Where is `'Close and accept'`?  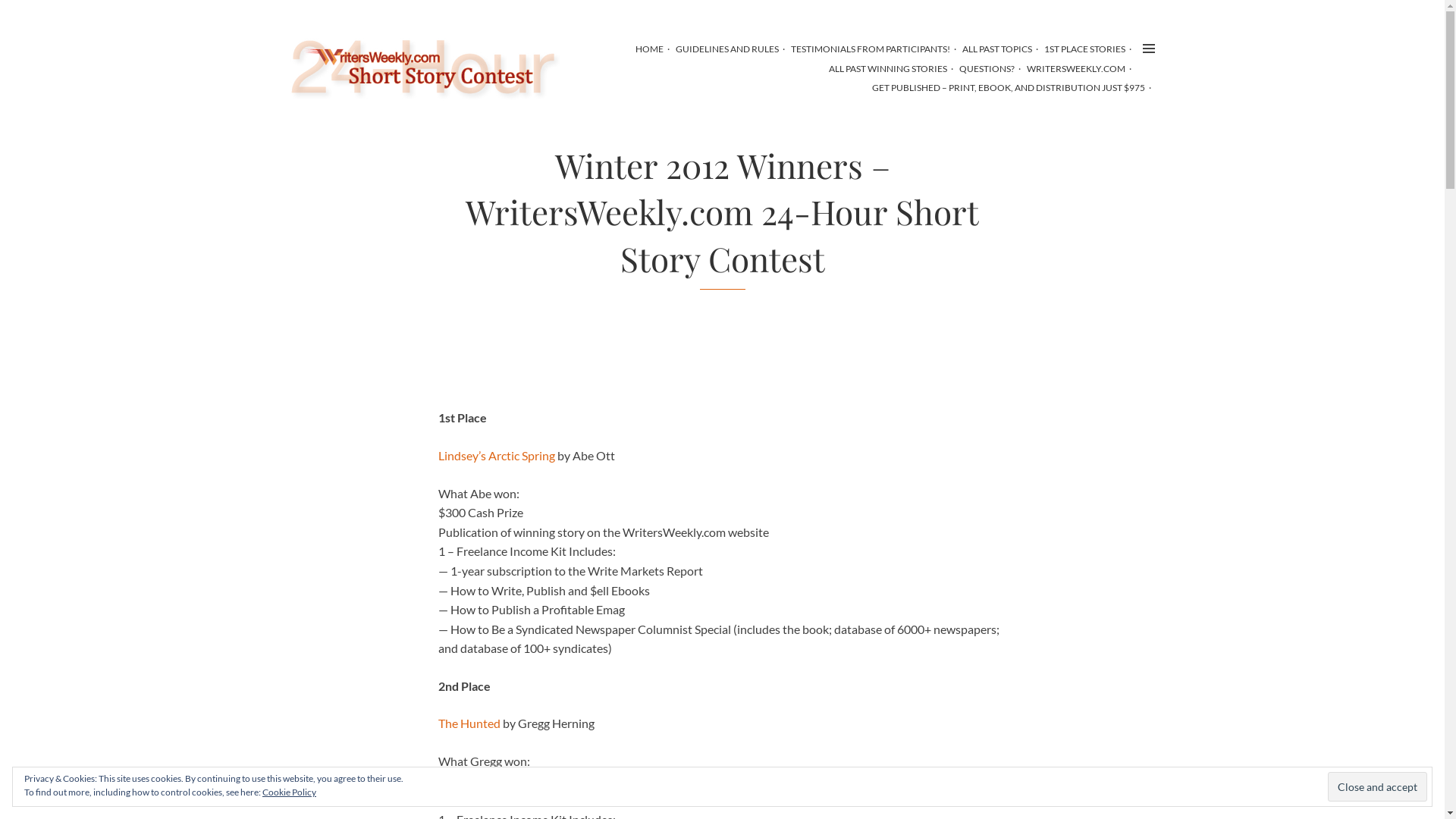
'Close and accept' is located at coordinates (1327, 786).